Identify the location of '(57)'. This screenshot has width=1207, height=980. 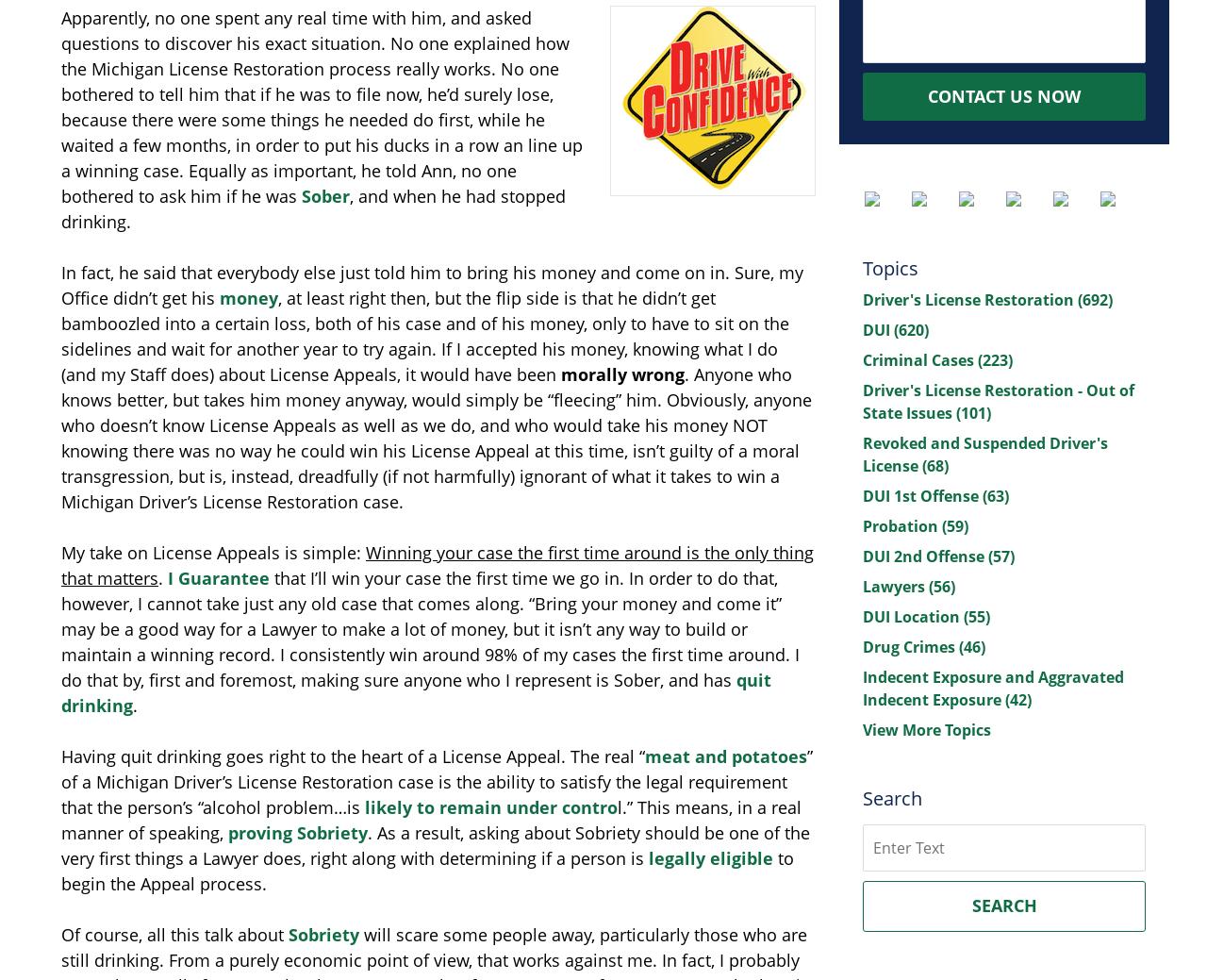
(986, 556).